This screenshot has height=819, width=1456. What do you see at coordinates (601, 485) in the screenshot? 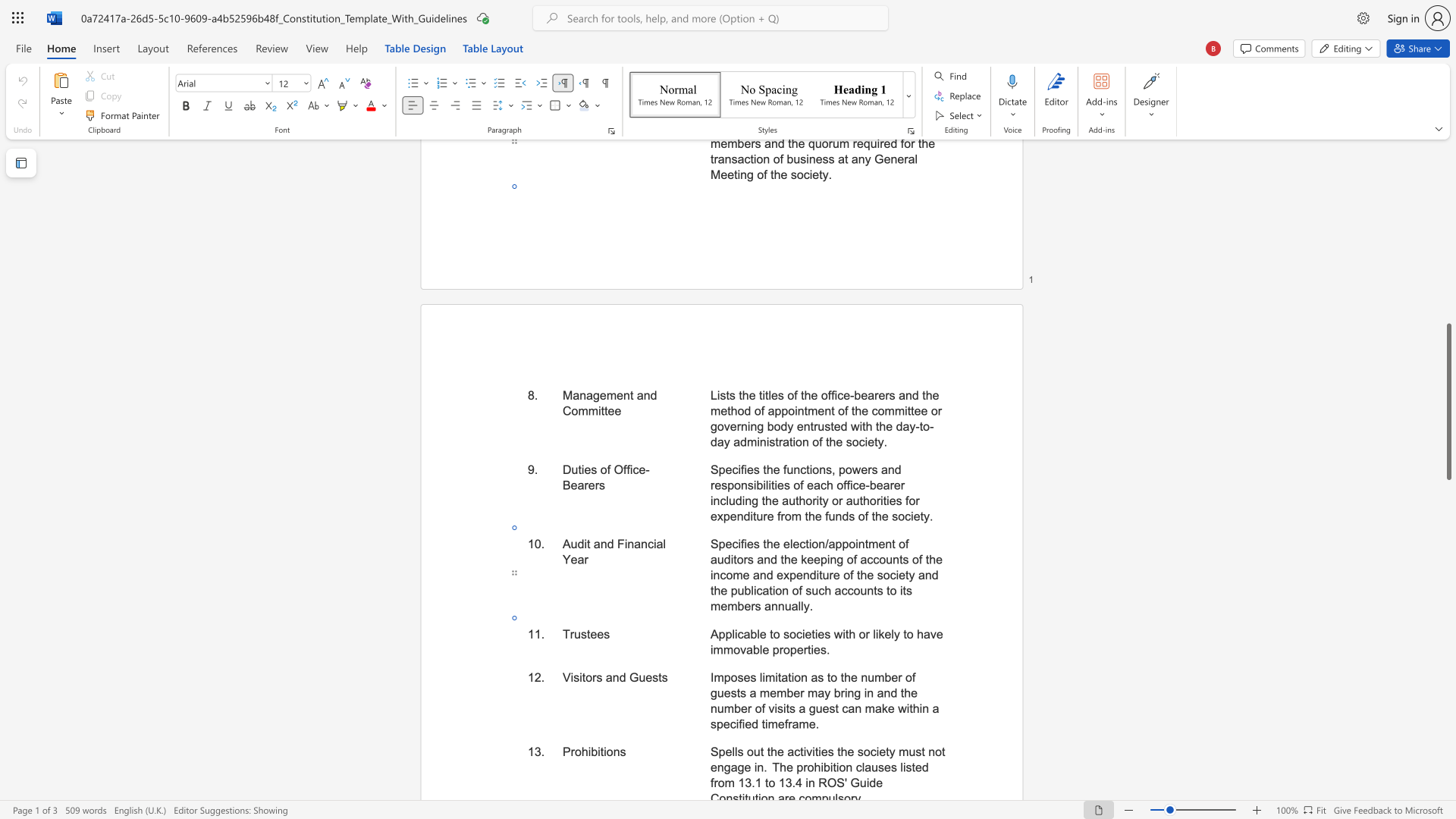
I see `the 2th character "s" in the text` at bounding box center [601, 485].